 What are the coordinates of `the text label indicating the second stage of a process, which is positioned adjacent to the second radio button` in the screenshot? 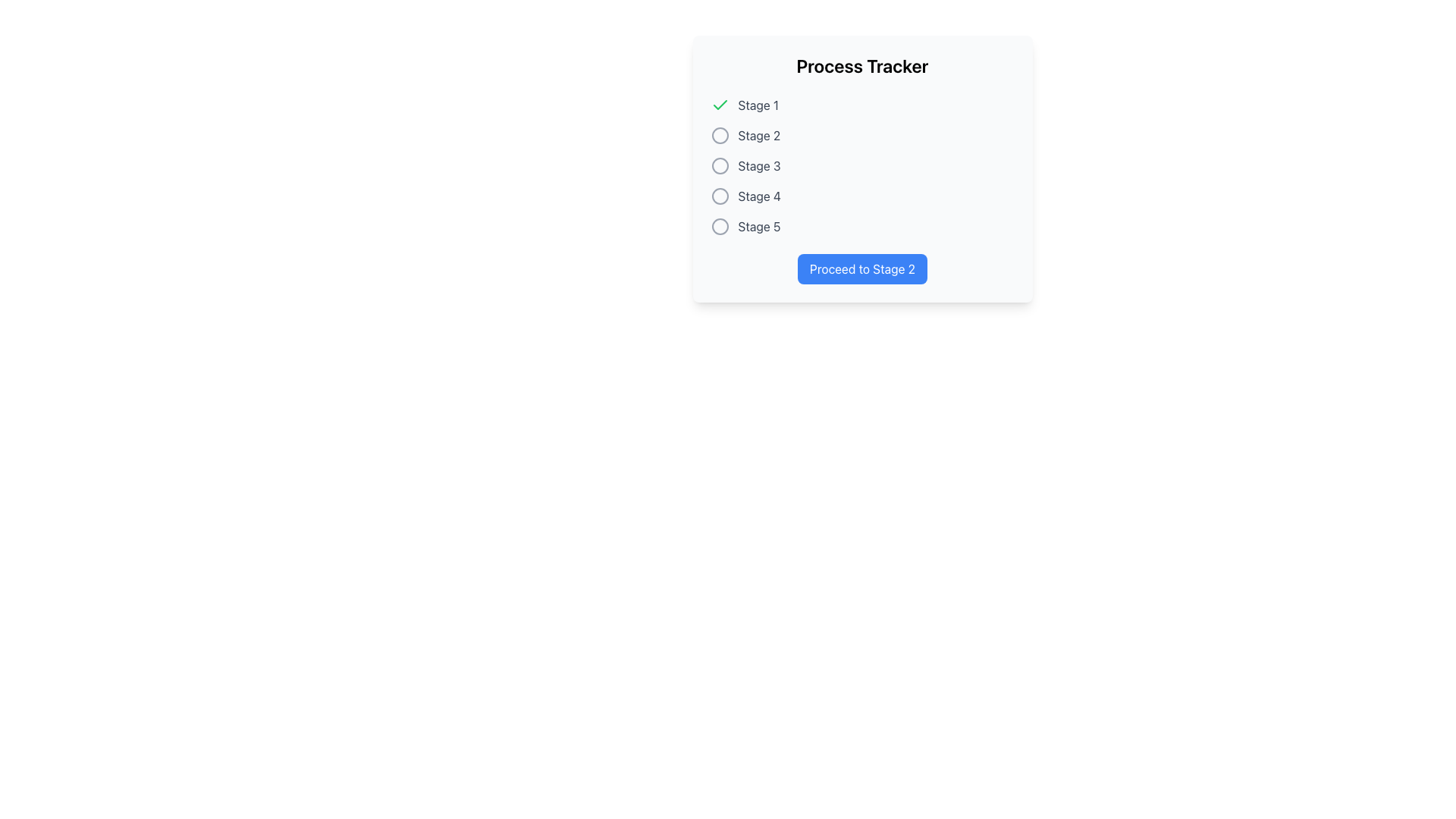 It's located at (759, 134).